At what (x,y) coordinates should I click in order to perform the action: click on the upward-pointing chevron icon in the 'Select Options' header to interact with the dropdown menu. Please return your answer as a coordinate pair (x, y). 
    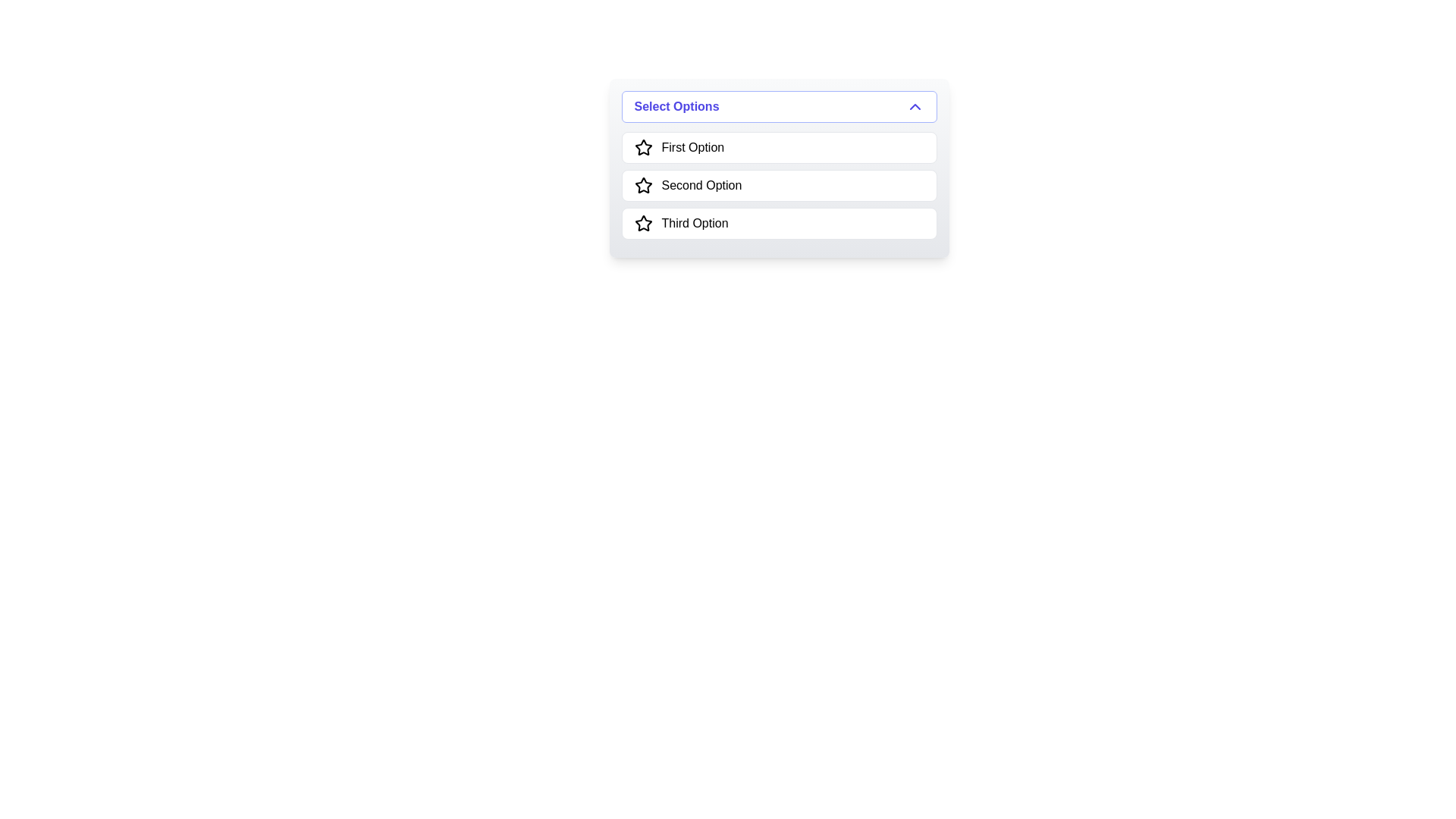
    Looking at the image, I should click on (914, 106).